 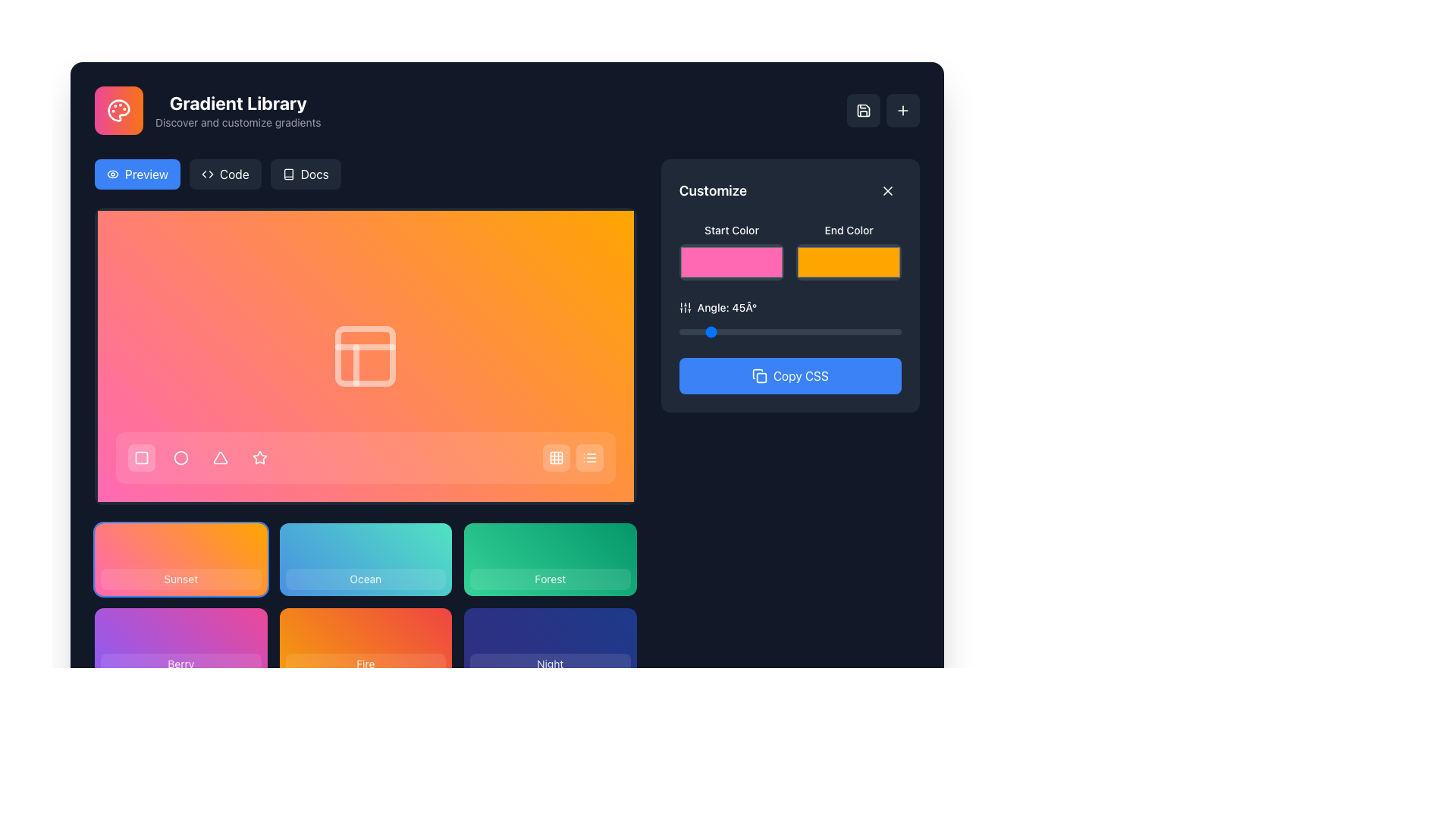 I want to click on the close button located at the top-right corner of the 'Customize' dialog box, so click(x=888, y=190).